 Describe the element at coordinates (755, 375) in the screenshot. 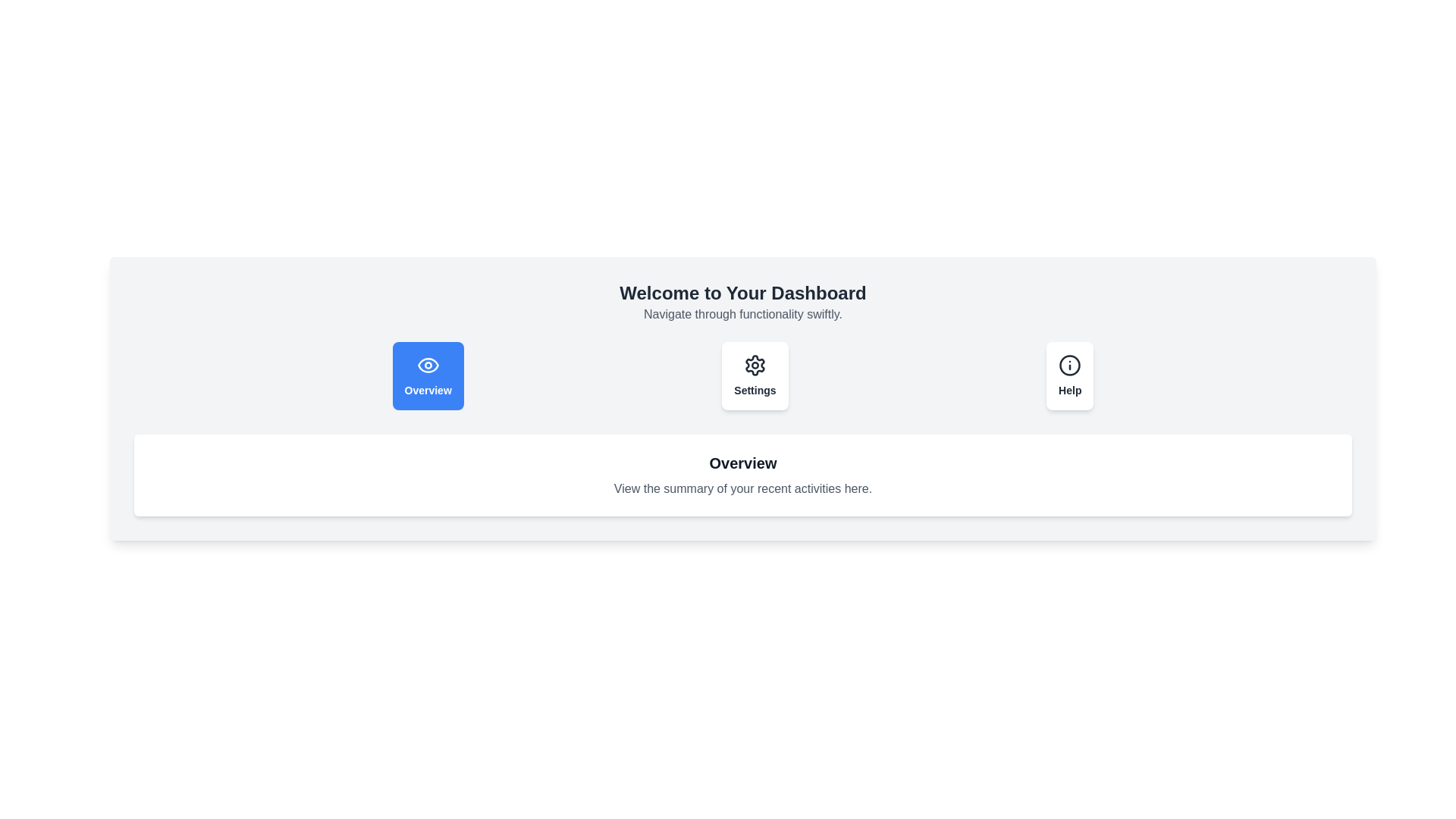

I see `the 'Settings' button, which is the second button in a horizontal alignment of three buttons located between 'Overview' and 'Help'` at that location.